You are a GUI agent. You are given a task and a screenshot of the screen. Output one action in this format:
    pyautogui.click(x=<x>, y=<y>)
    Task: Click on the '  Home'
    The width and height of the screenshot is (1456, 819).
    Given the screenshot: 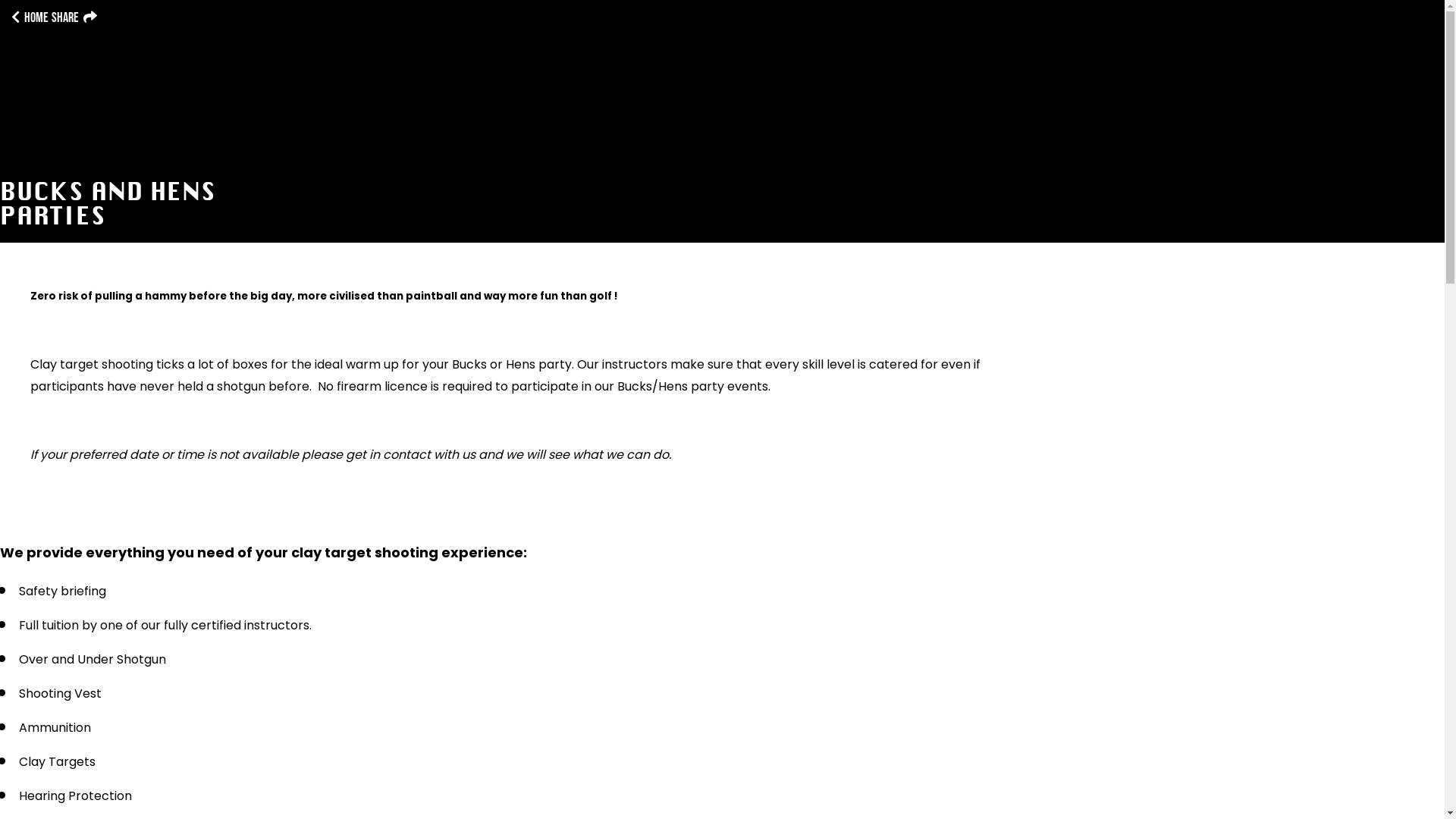 What is the action you would take?
    pyautogui.click(x=30, y=17)
    